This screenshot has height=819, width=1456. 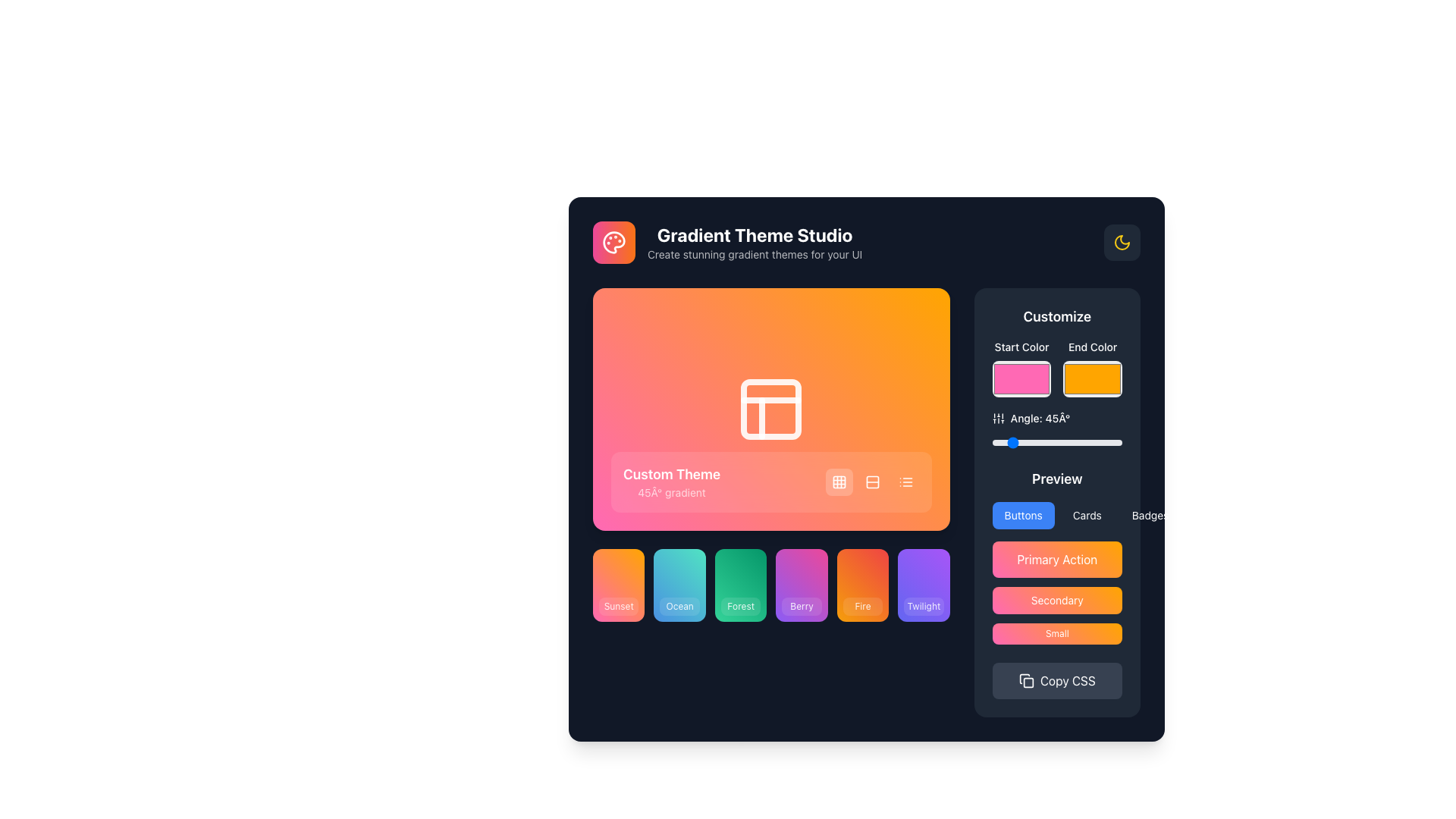 I want to click on the circular button with a dark gray background and a yellow crescent moon icon, located at the far upper-right corner of the 'Gradient Theme Studio' section, so click(x=1122, y=242).